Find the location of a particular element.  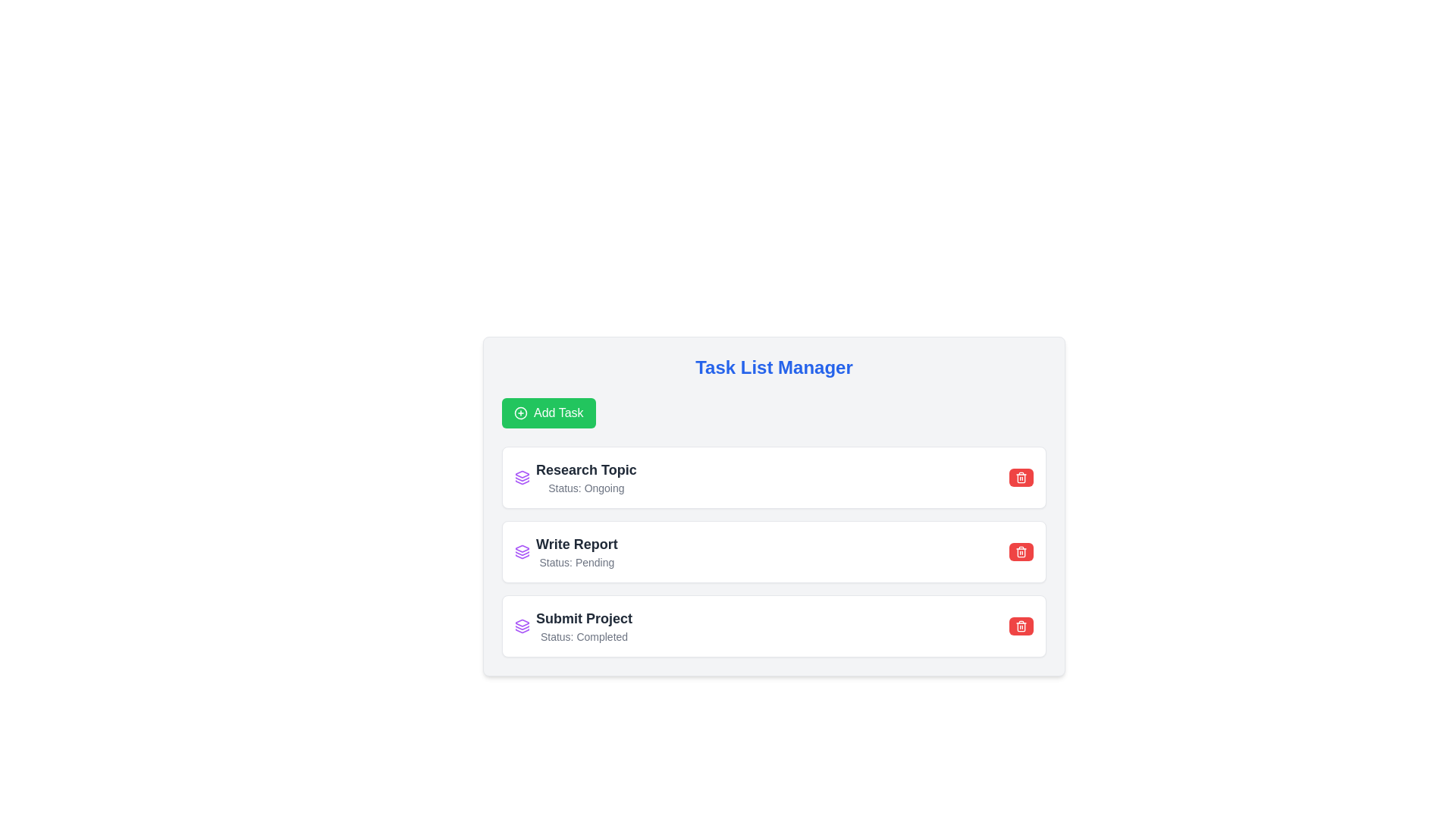

the purple hexagonal icon that resembles a layered stack, located within the 'Research Topic' entry in the vertically stacked list of items is located at coordinates (522, 548).